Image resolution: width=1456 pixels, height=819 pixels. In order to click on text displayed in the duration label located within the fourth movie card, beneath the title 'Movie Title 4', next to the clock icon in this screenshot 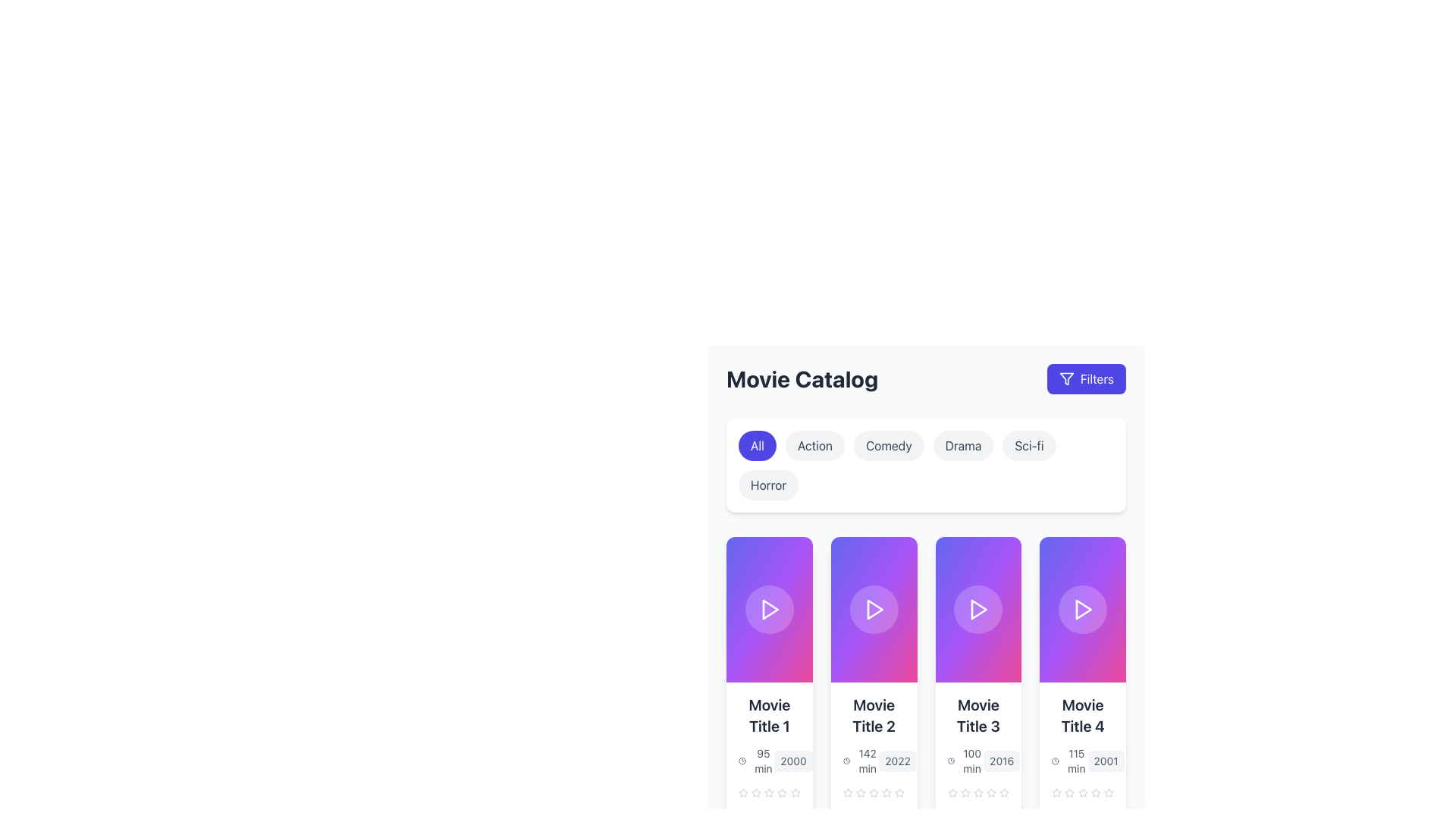, I will do `click(1075, 761)`.